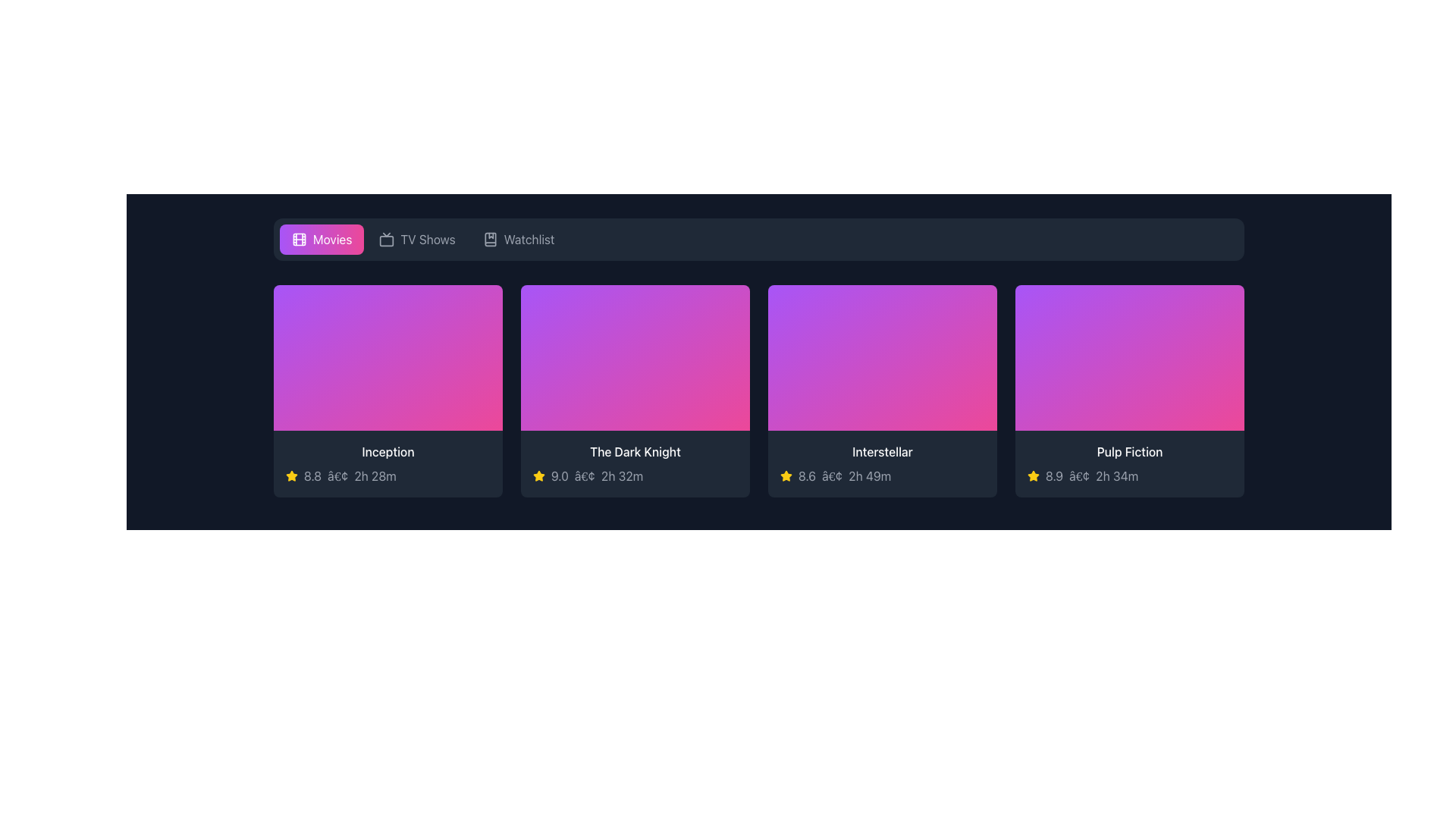 The height and width of the screenshot is (819, 1456). I want to click on the star icon with a yellow fill and stroke outline, which represents the rating system for the movie 'Interstellar', so click(786, 475).